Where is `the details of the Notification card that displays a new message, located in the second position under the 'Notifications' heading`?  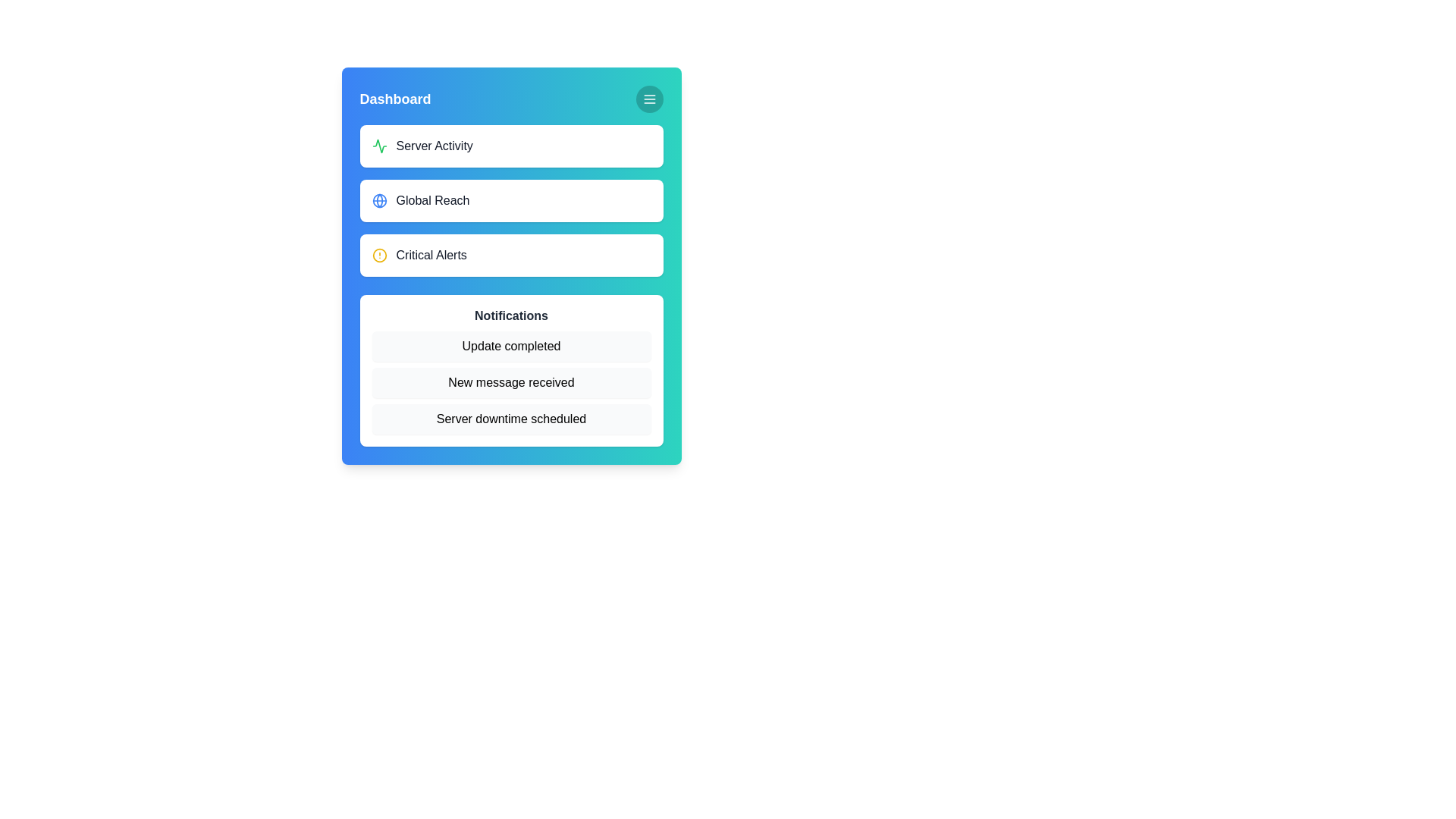 the details of the Notification card that displays a new message, located in the second position under the 'Notifications' heading is located at coordinates (511, 382).